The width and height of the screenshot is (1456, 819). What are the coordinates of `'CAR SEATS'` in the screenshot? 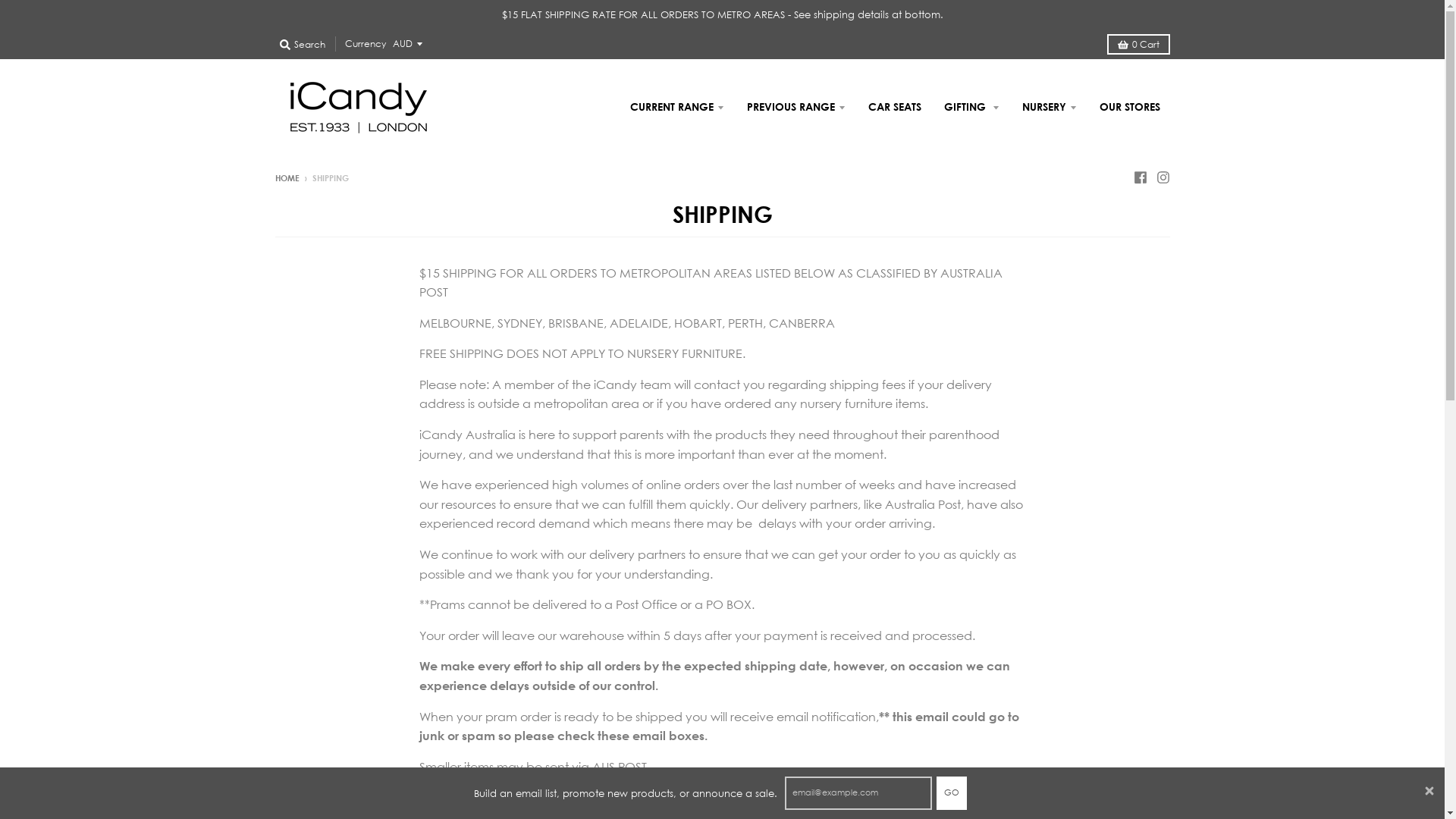 It's located at (858, 106).